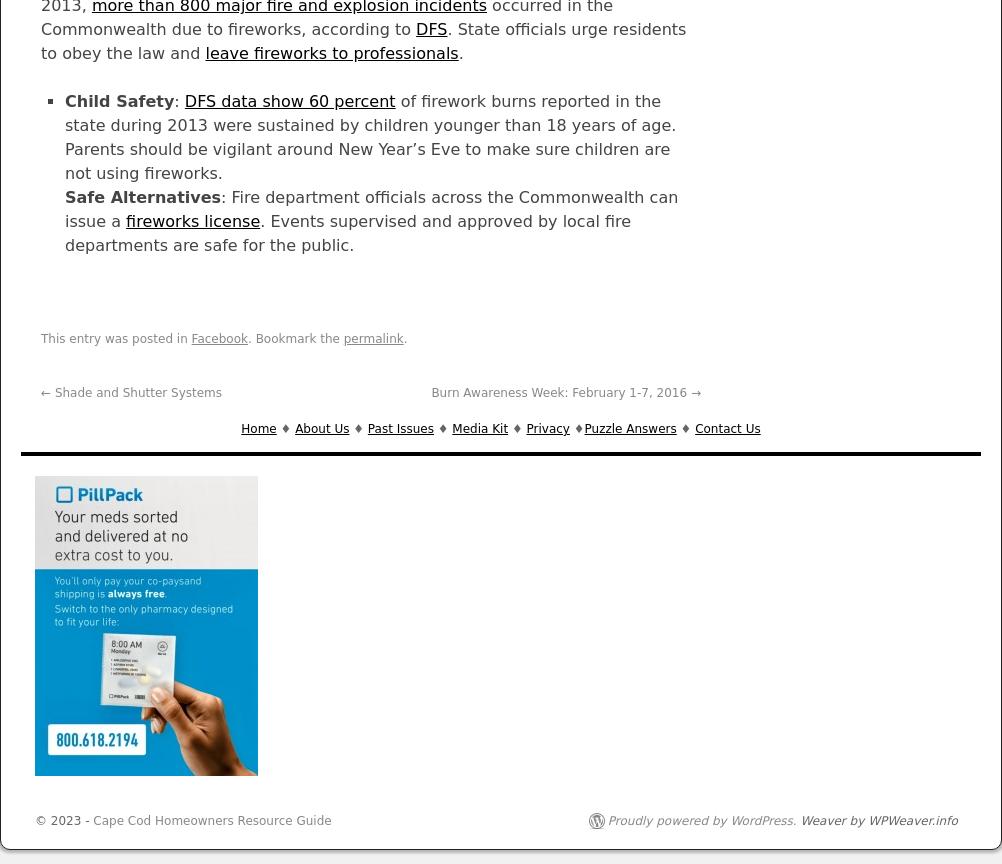 The height and width of the screenshot is (864, 1002). Describe the element at coordinates (135, 392) in the screenshot. I see `'Shade and Shutter Systems'` at that location.